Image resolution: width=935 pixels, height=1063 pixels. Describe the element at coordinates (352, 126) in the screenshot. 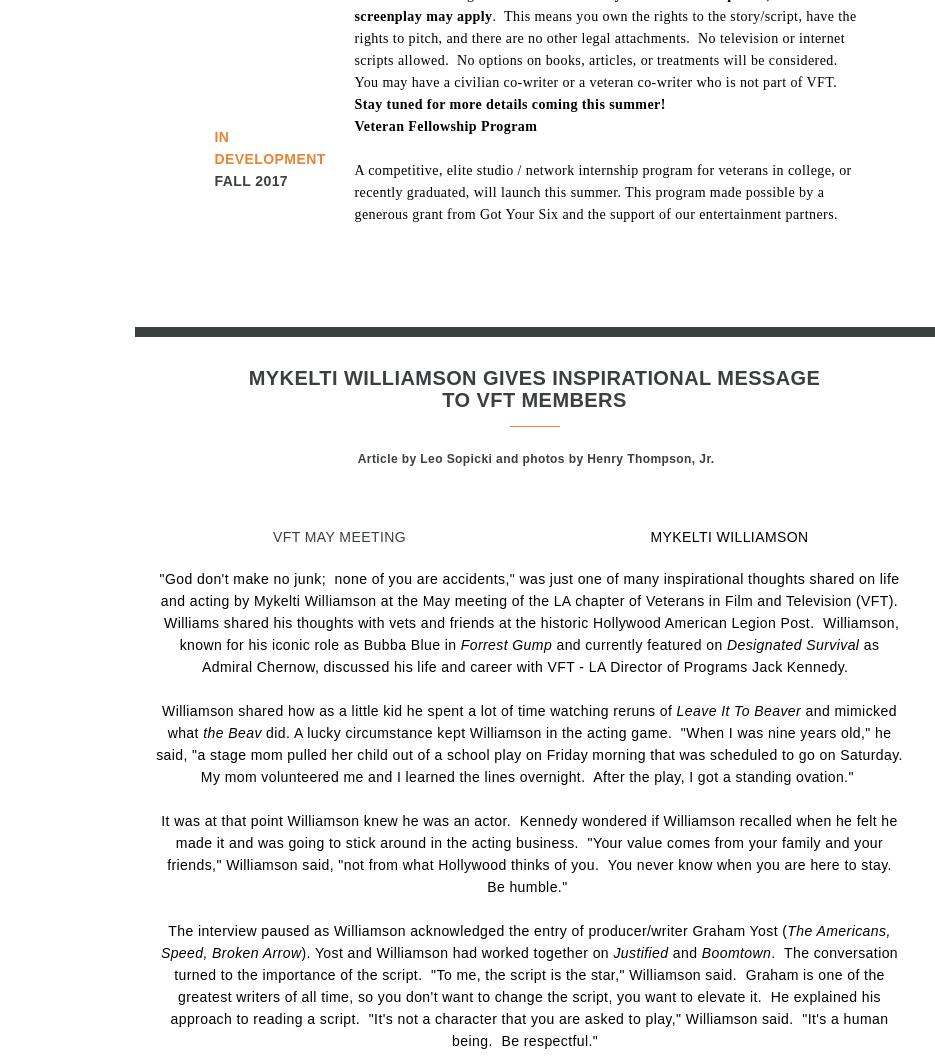

I see `'Veteran Fellowship Program'` at that location.